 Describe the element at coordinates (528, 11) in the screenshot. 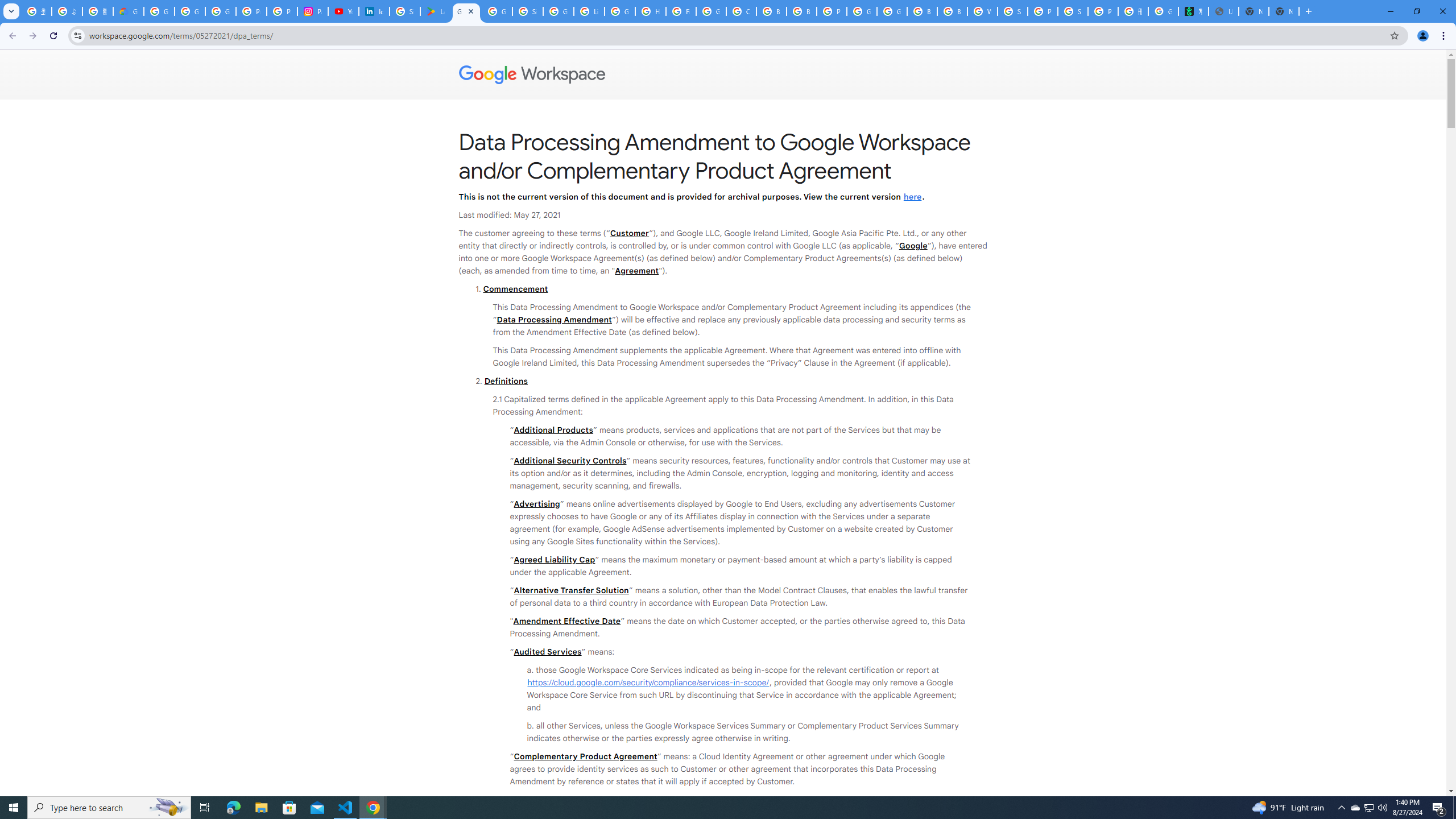

I see `'Sign in - Google Accounts'` at that location.